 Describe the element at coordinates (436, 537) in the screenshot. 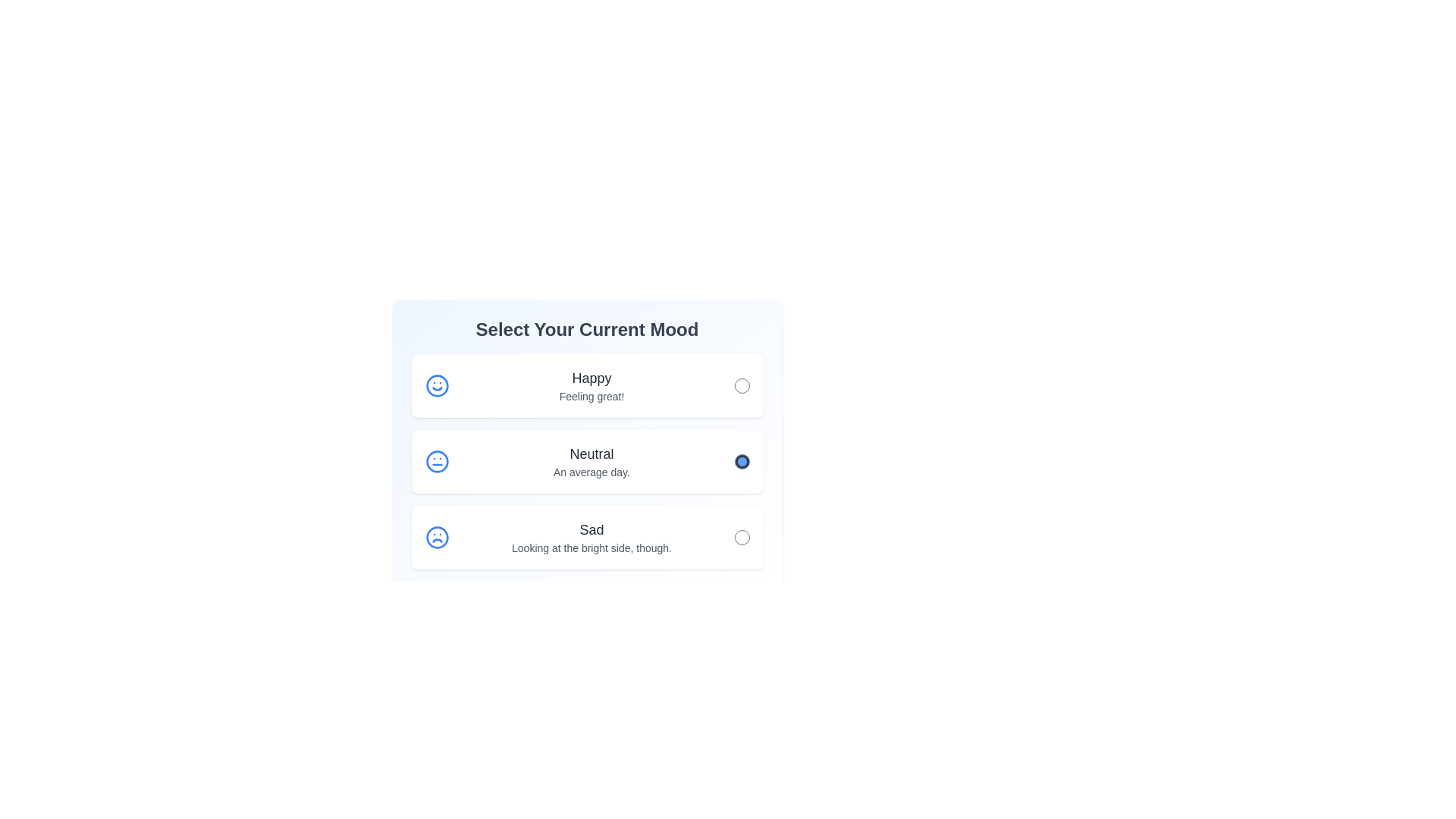

I see `circular icon representing a frowning face with a blue outline and facial features, located in the bottom-most row labeled 'Sad', for details` at that location.